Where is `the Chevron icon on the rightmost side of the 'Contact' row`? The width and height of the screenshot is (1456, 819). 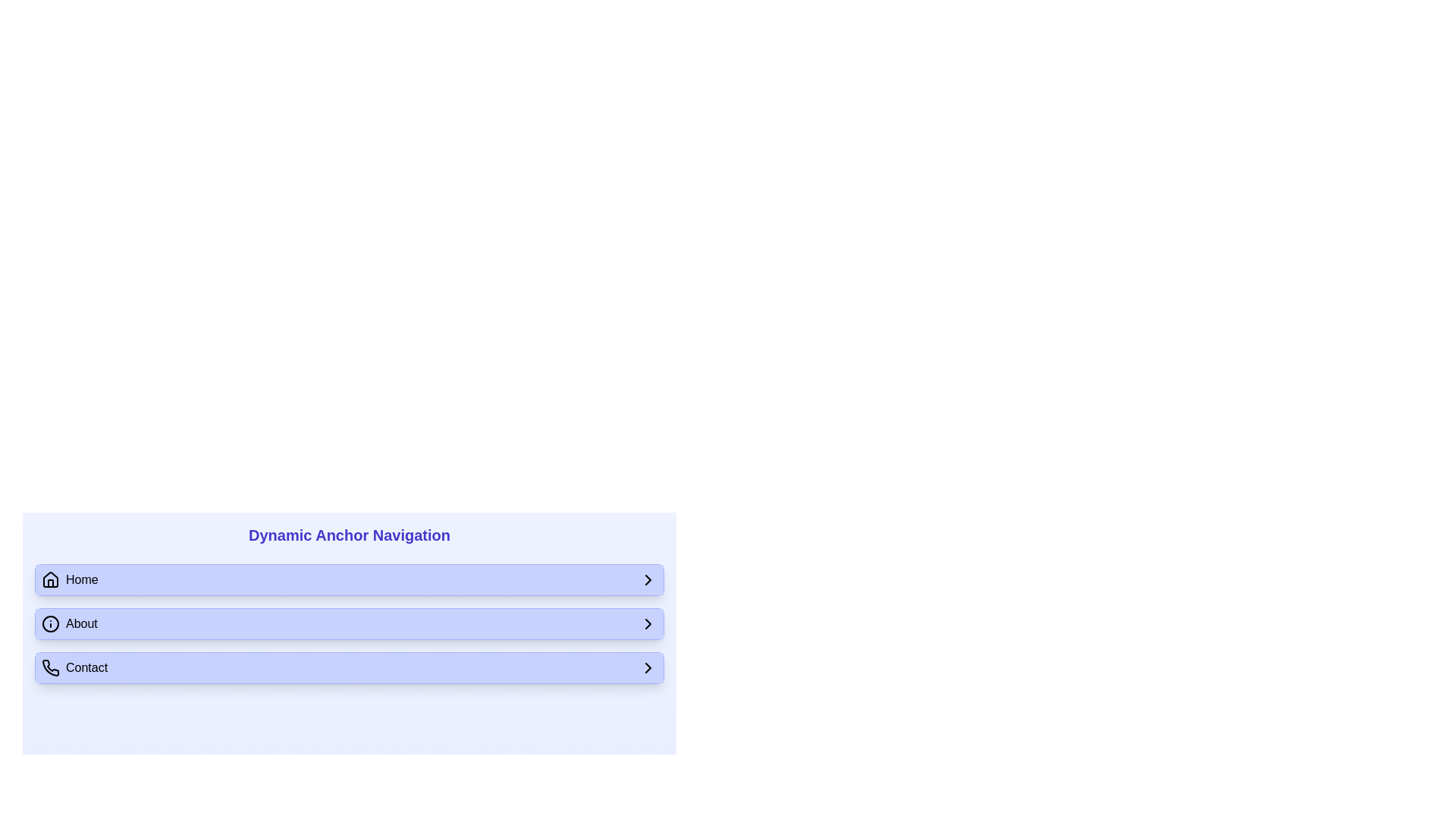 the Chevron icon on the rightmost side of the 'Contact' row is located at coordinates (648, 667).